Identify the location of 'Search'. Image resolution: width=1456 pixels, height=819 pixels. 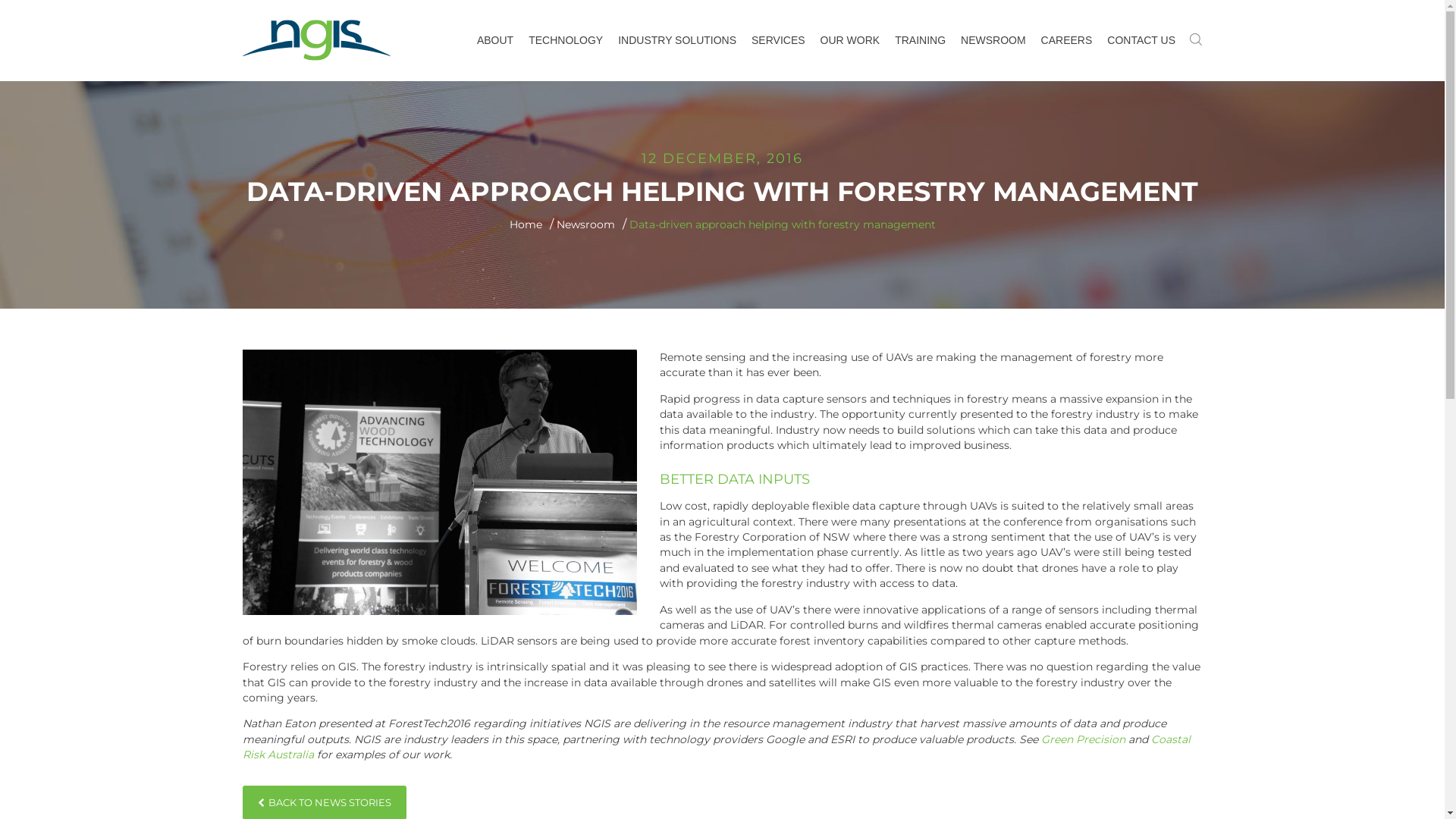
(469, 8).